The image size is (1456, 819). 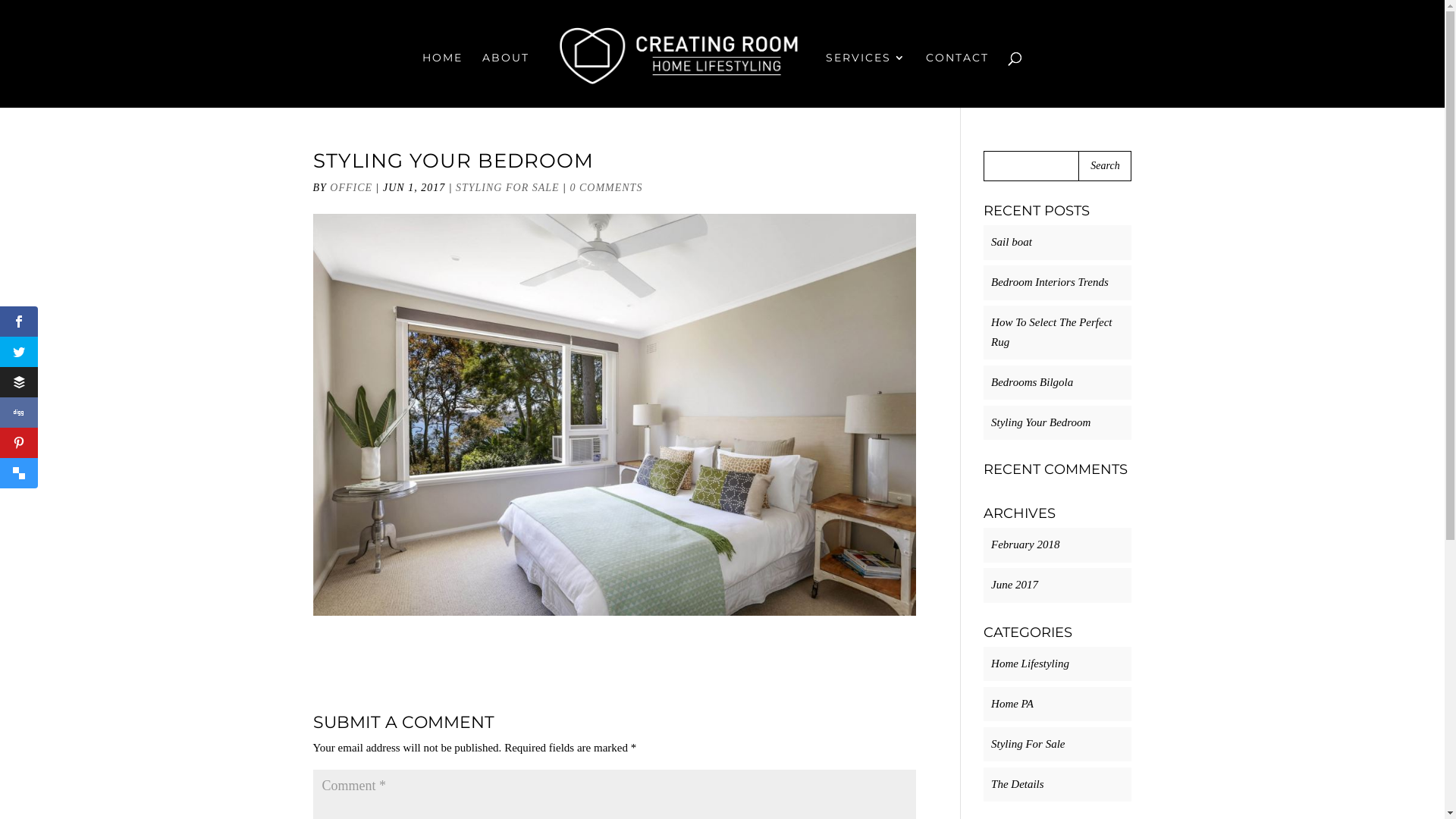 I want to click on 'February 2018', so click(x=1025, y=543).